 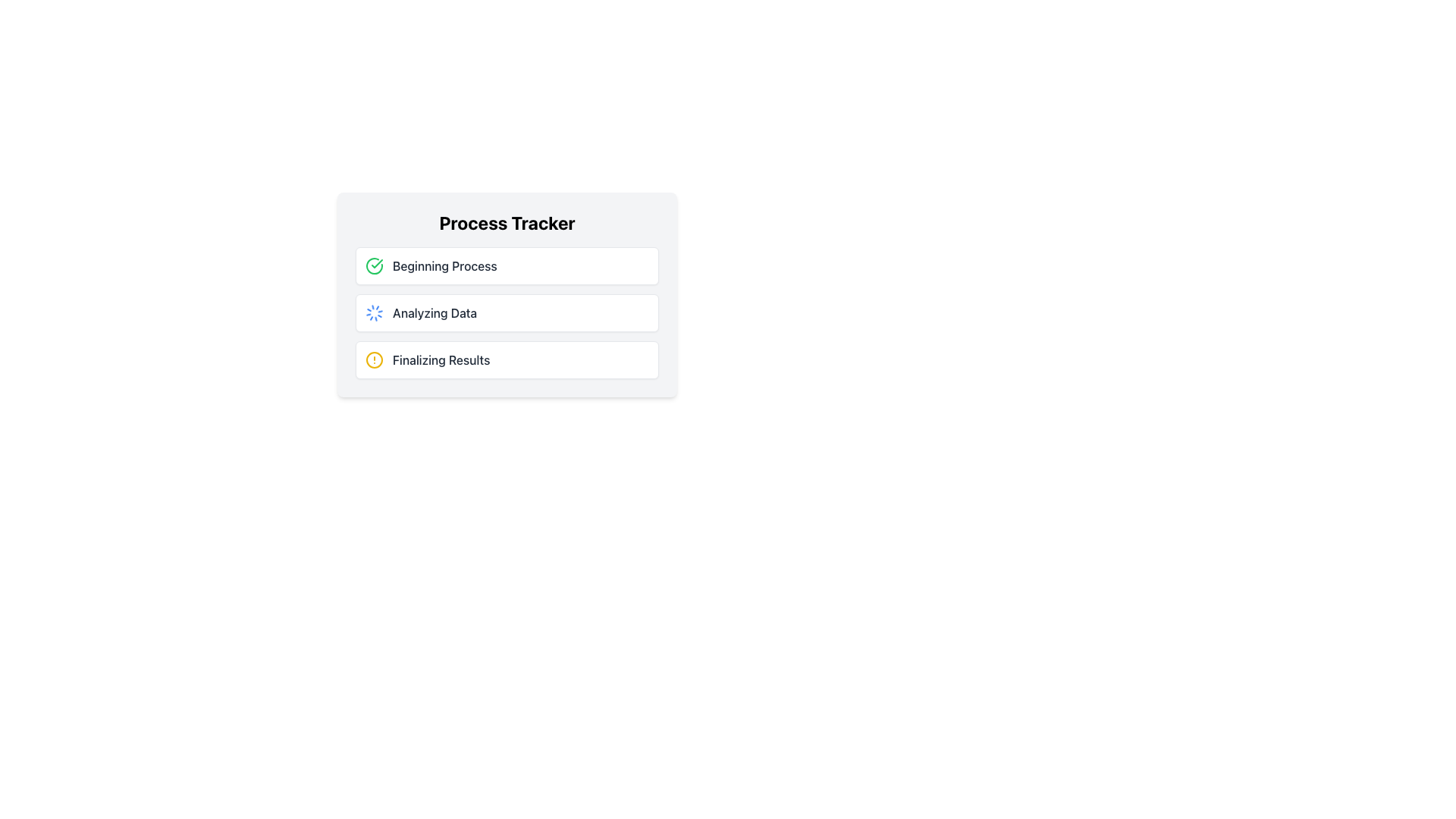 What do you see at coordinates (434, 312) in the screenshot?
I see `the text label displaying 'Analyzing Data', which is the second step in the process tracker component` at bounding box center [434, 312].